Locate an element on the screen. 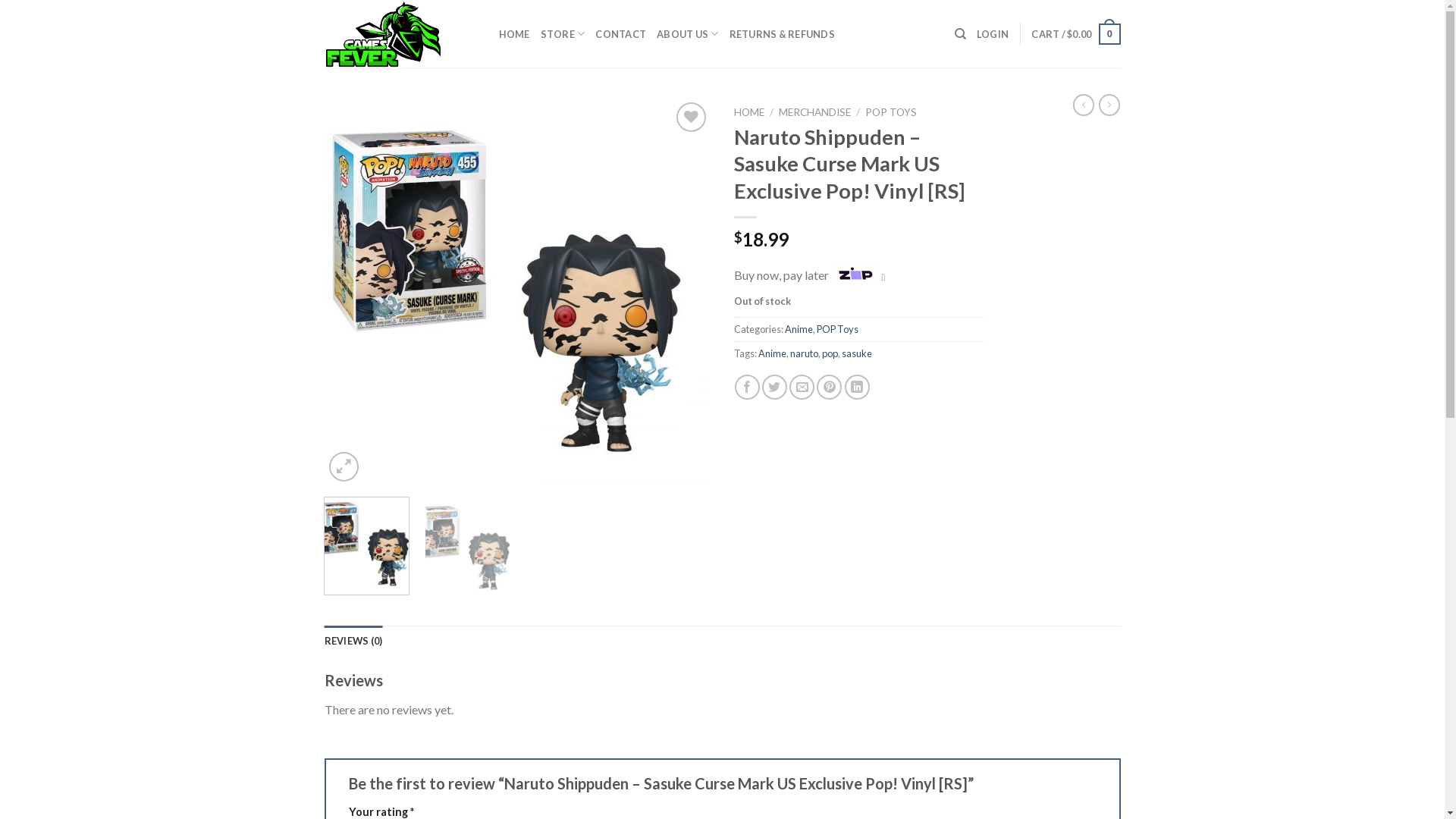 The height and width of the screenshot is (819, 1456). 'RETURNS & REFUNDS' is located at coordinates (782, 34).